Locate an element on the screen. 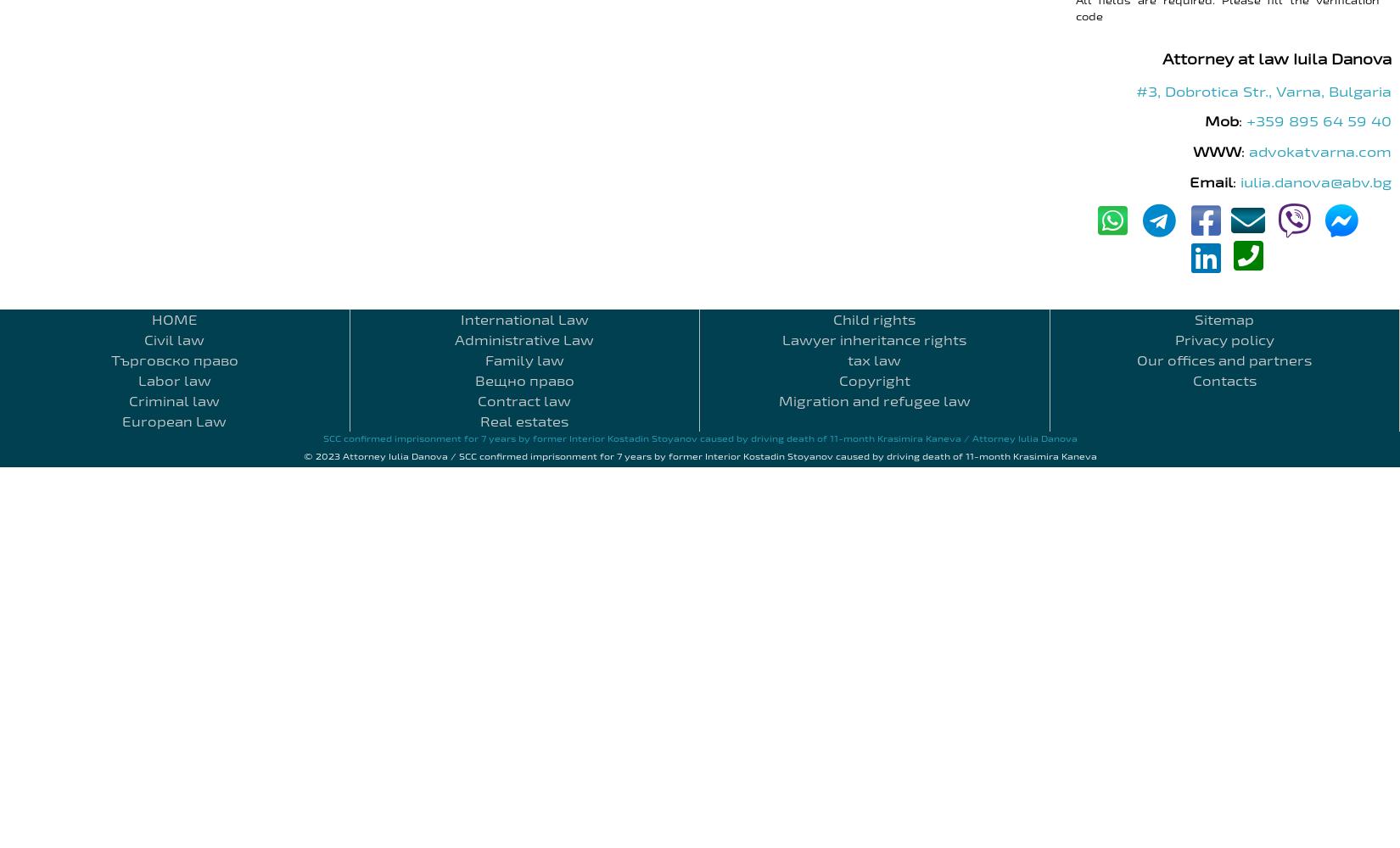 The image size is (1400, 848). 'Copyright' is located at coordinates (873, 380).